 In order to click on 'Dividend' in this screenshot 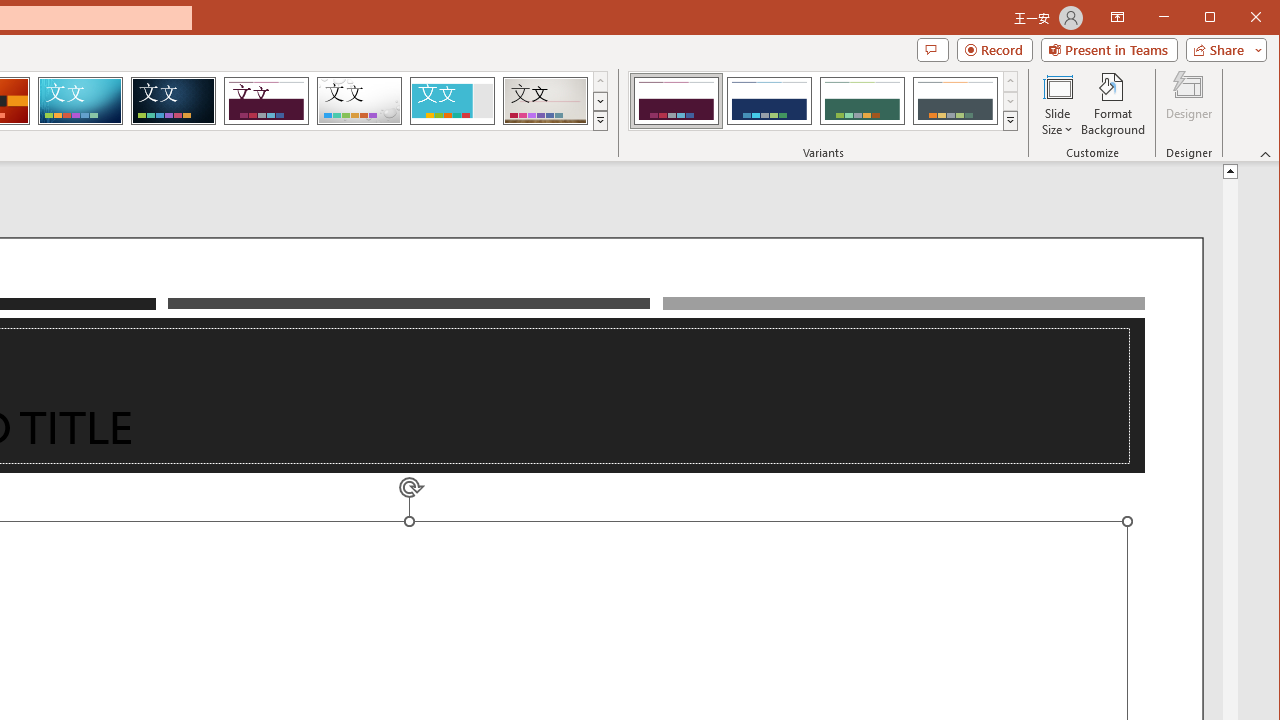, I will do `click(265, 100)`.